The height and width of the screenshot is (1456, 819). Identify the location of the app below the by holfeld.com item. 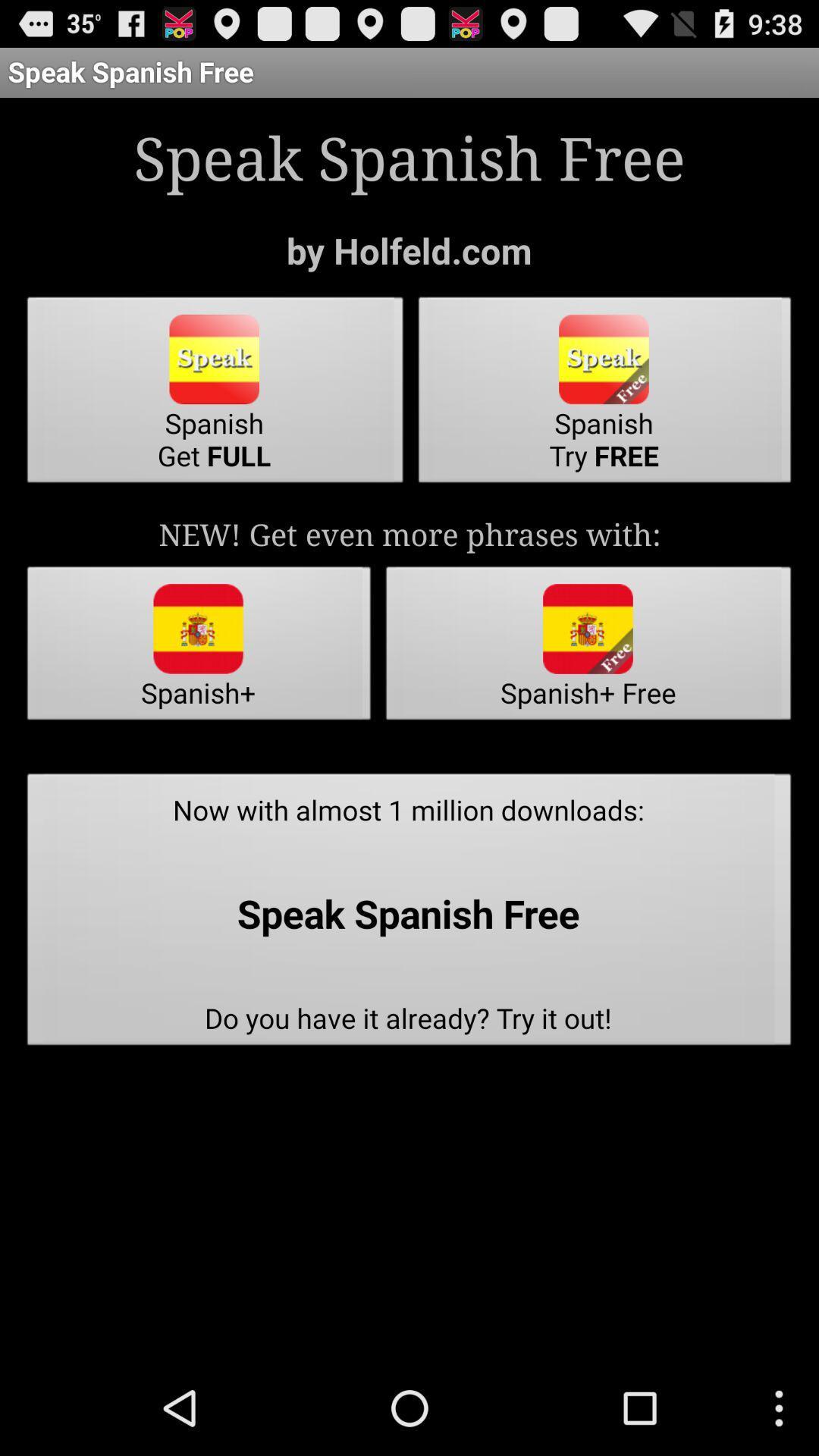
(215, 394).